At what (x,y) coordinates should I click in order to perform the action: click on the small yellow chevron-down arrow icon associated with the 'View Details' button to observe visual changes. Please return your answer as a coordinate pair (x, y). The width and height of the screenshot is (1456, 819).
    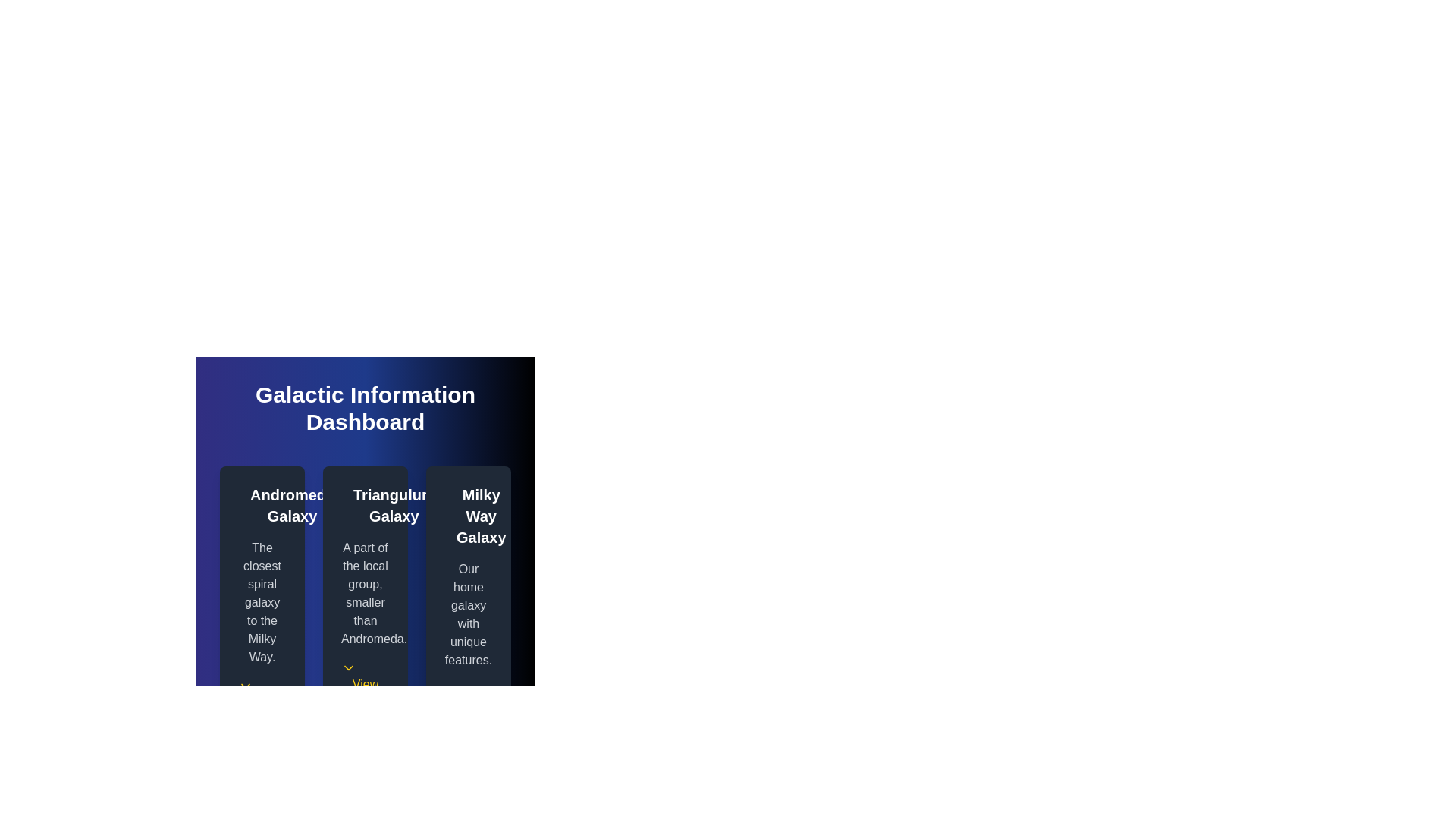
    Looking at the image, I should click on (246, 686).